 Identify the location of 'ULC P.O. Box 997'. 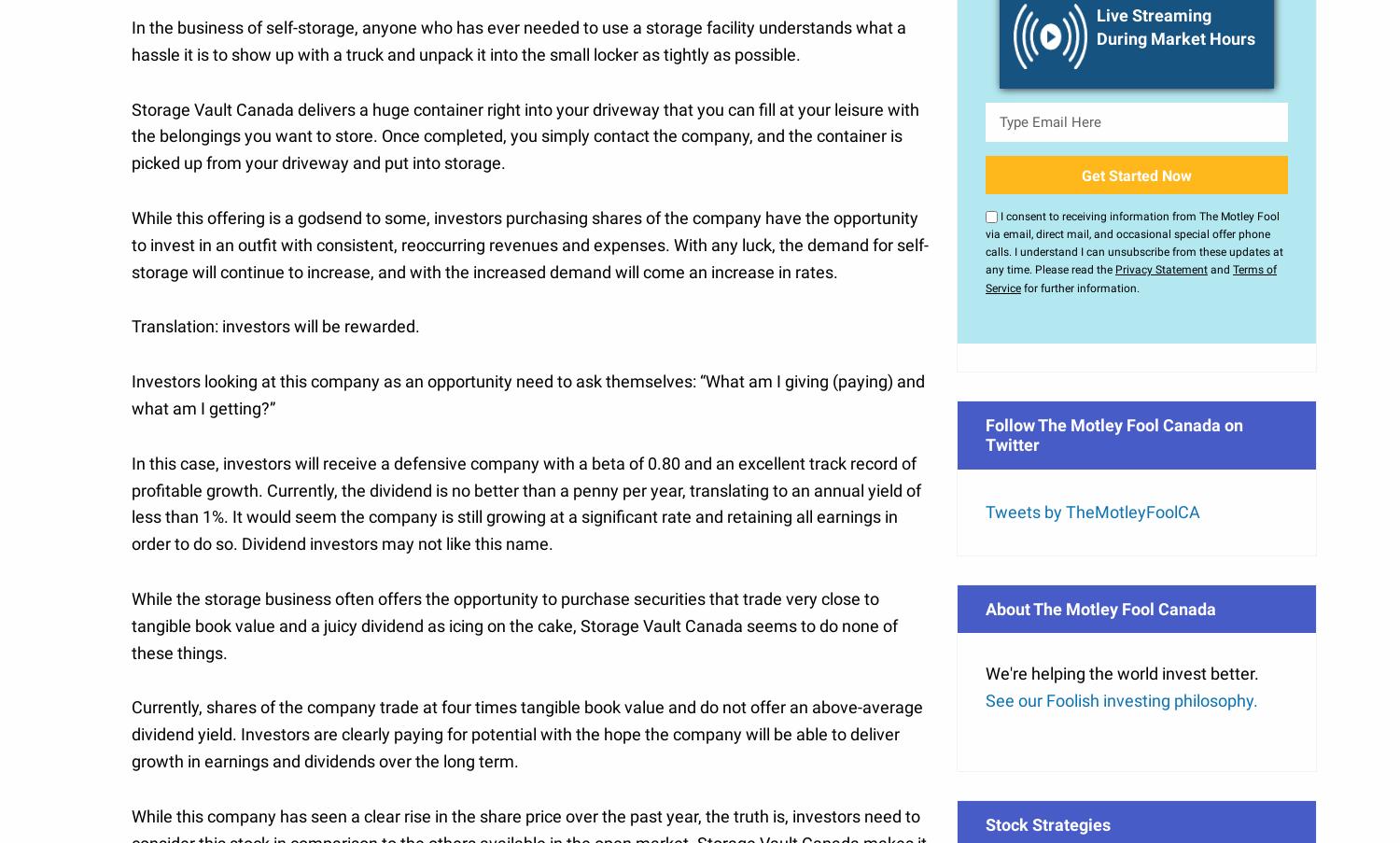
(119, 532).